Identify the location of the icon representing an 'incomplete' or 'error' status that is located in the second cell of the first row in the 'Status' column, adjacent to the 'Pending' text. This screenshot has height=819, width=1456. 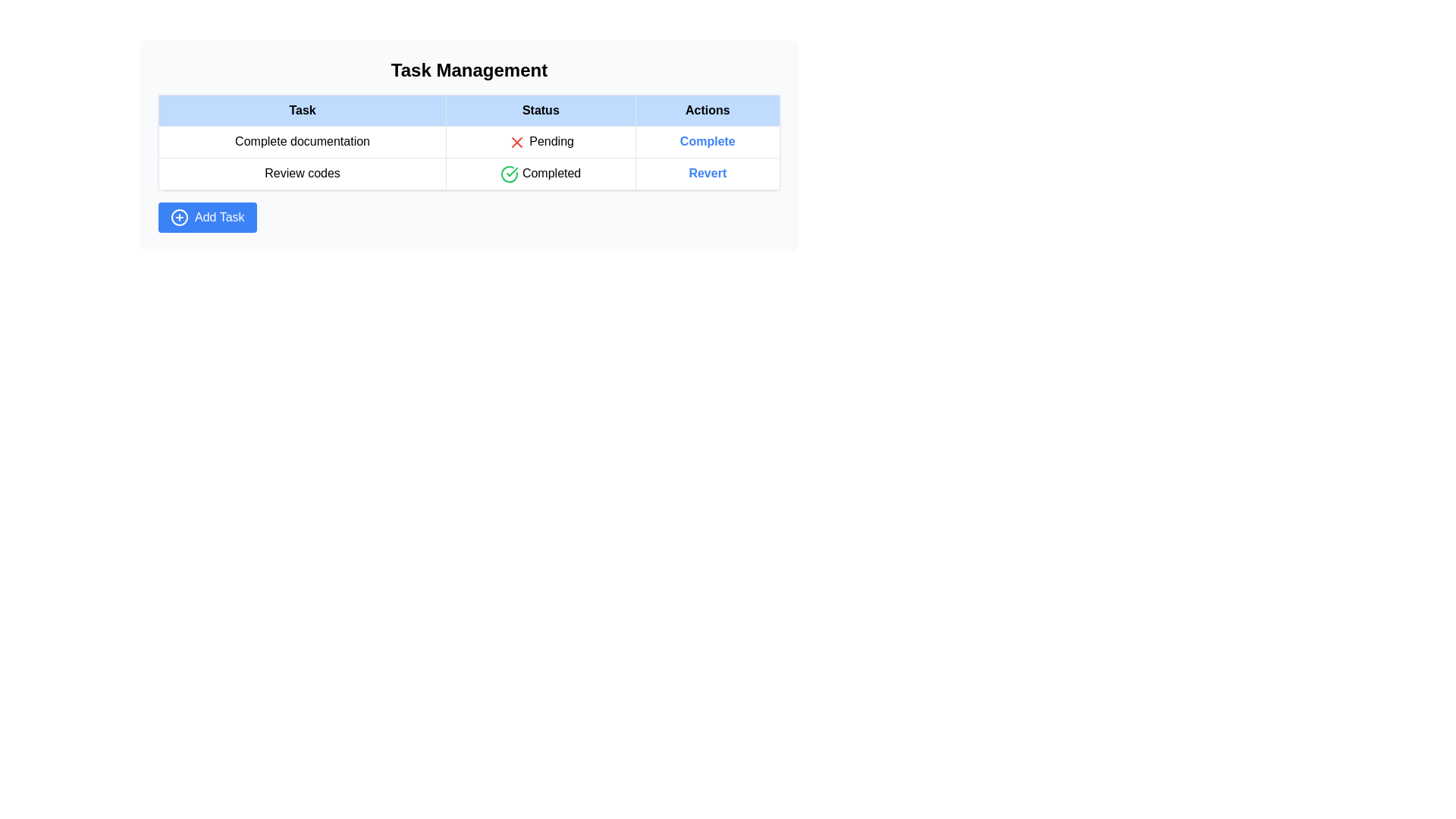
(516, 142).